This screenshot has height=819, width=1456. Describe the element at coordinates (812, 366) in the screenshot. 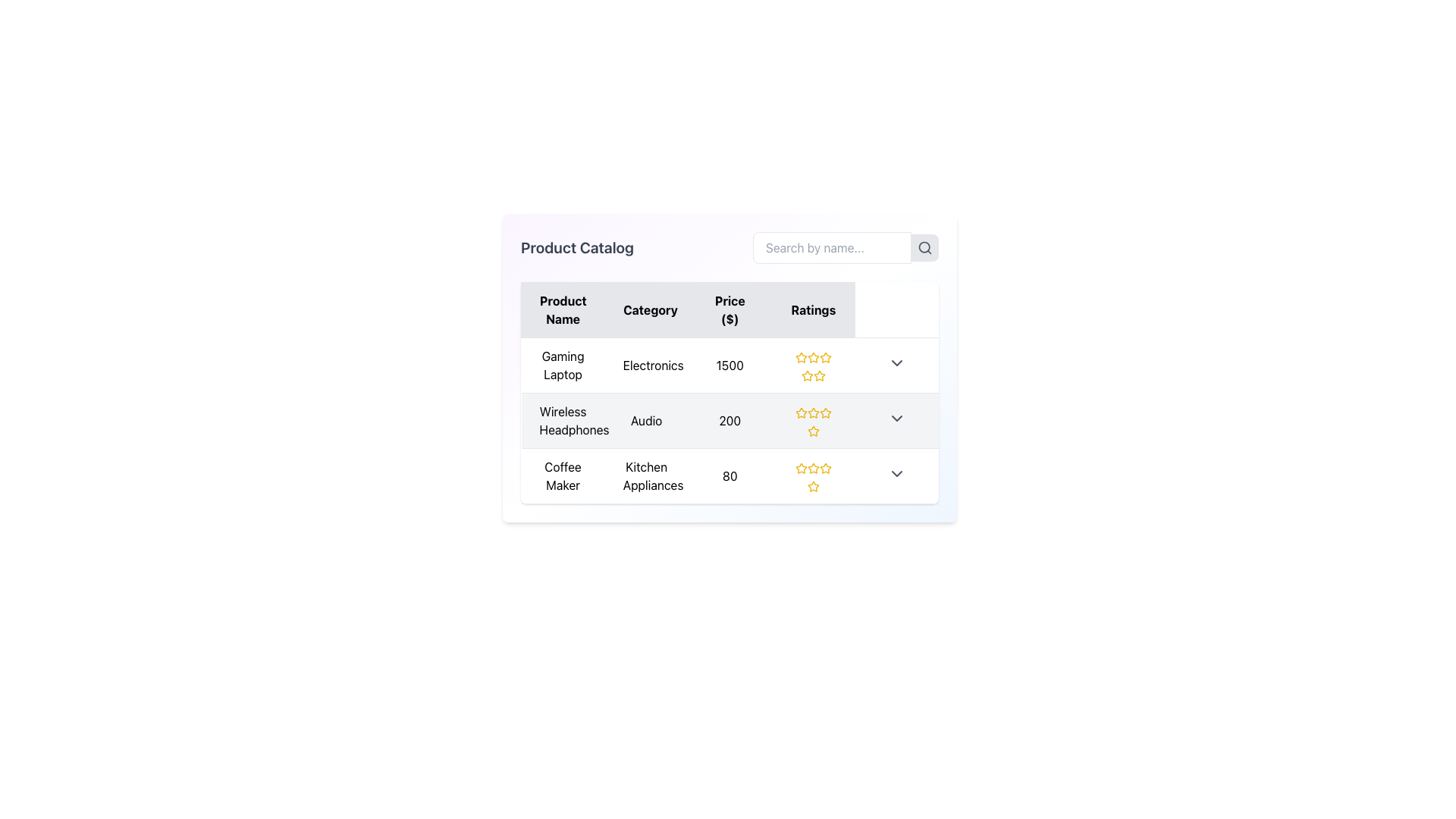

I see `the yellow star icons representing the rating display for the 'Gaming Laptop' in the 'Ratings' column of the table` at that location.